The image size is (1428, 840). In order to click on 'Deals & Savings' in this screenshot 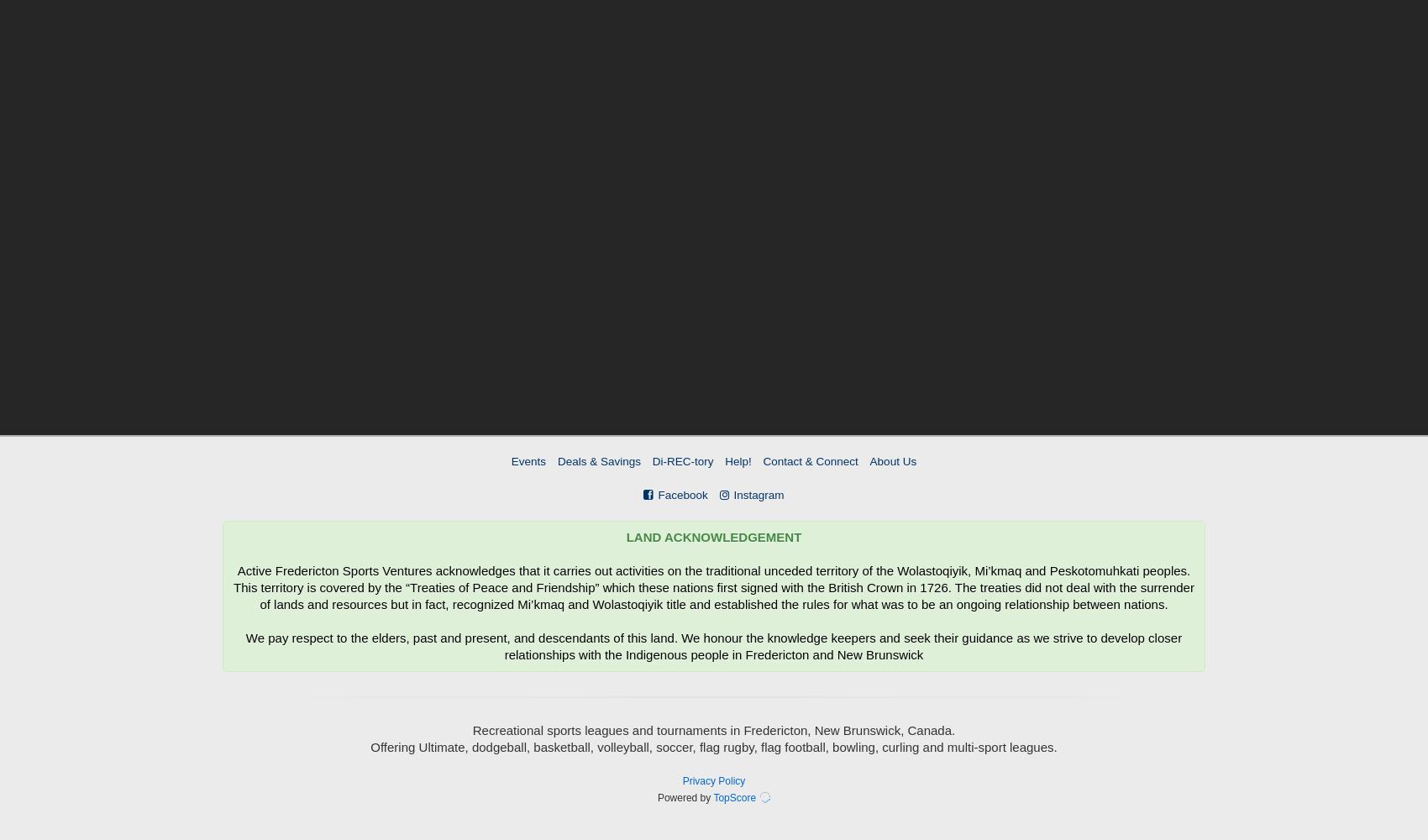, I will do `click(557, 461)`.